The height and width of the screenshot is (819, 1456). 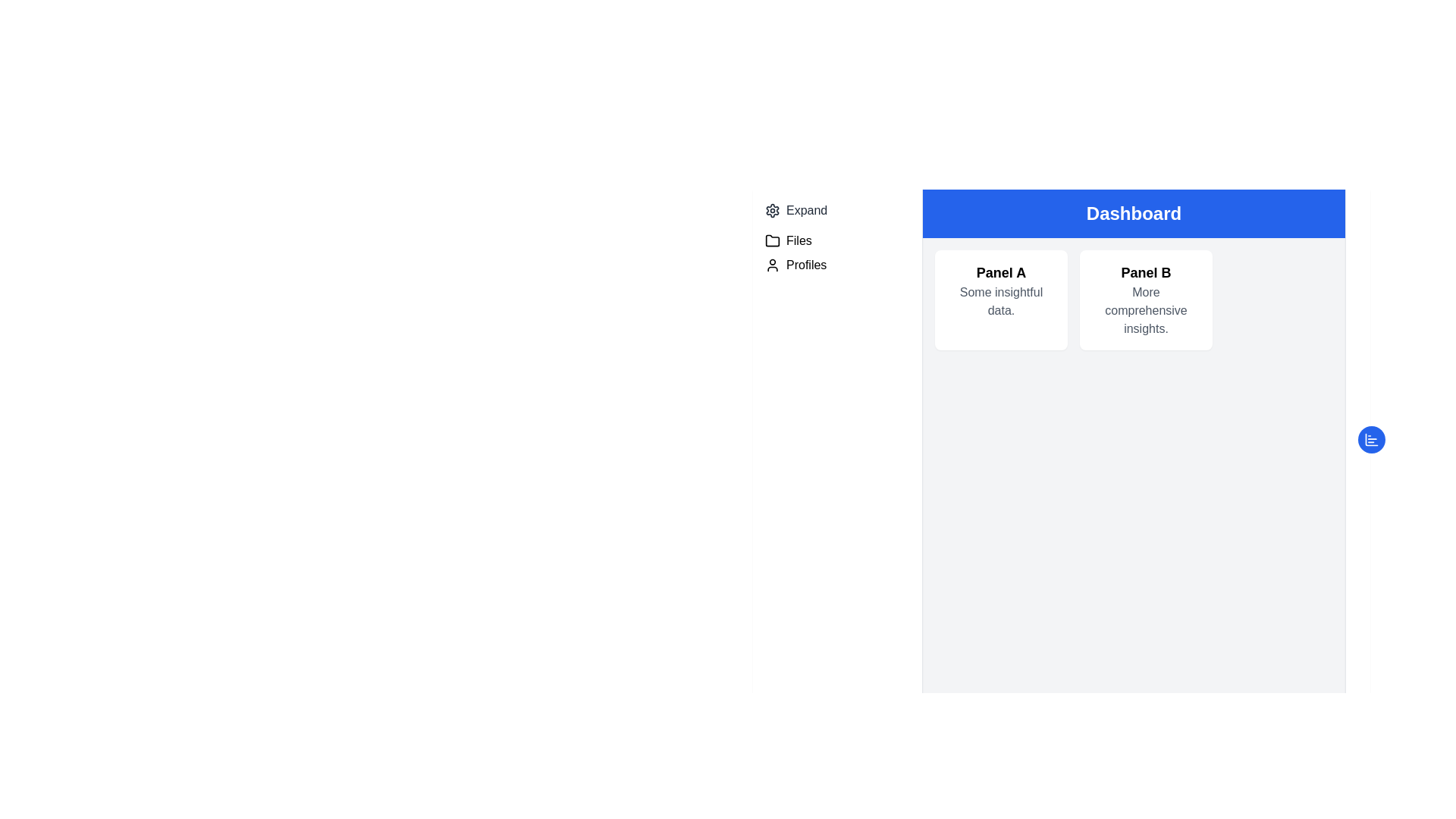 I want to click on the 'Profiles' text label located in the left-hand side panel under the user icon, so click(x=805, y=265).